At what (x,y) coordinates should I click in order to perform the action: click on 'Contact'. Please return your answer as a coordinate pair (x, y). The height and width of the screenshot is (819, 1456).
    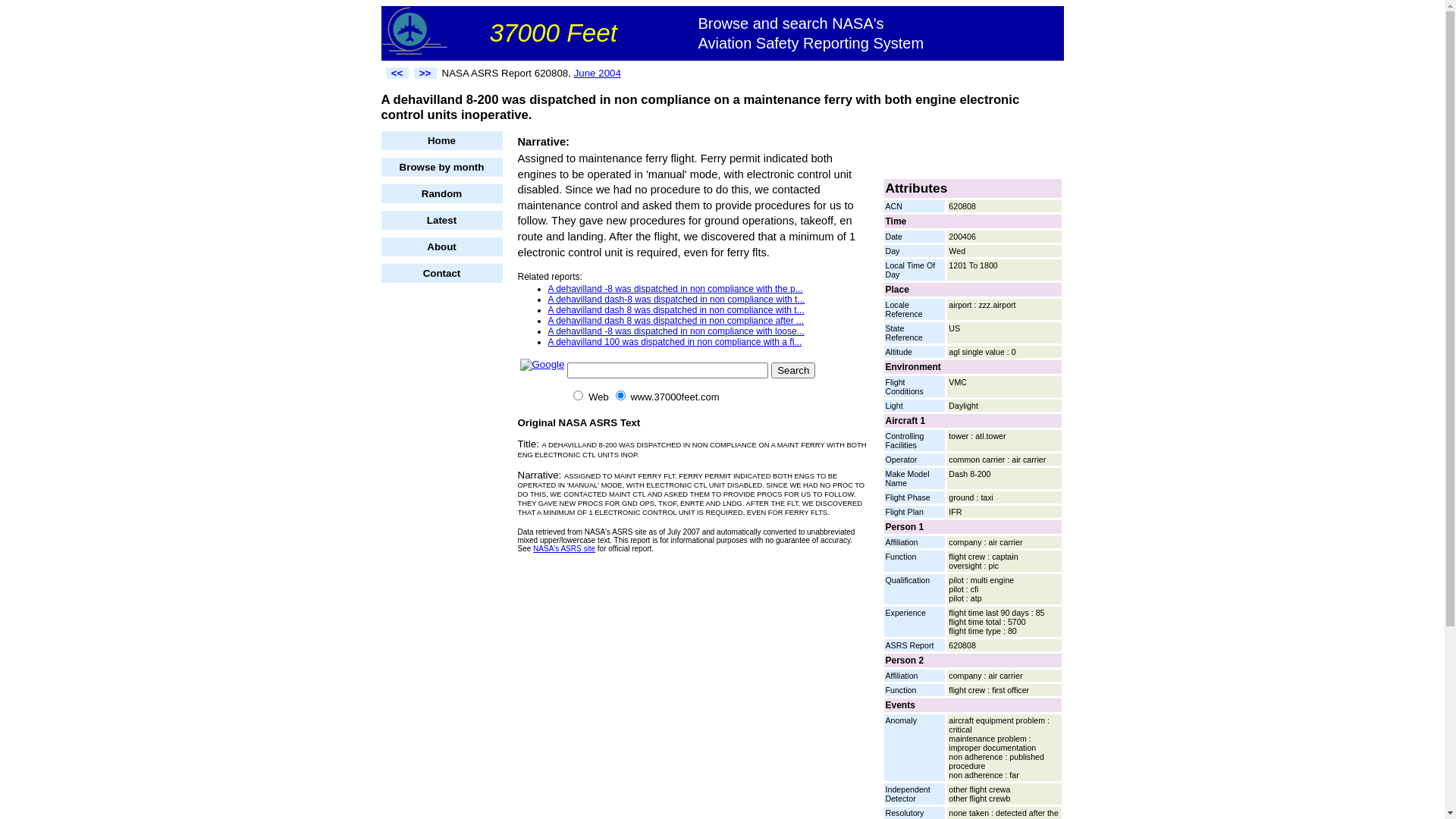
    Looking at the image, I should click on (381, 273).